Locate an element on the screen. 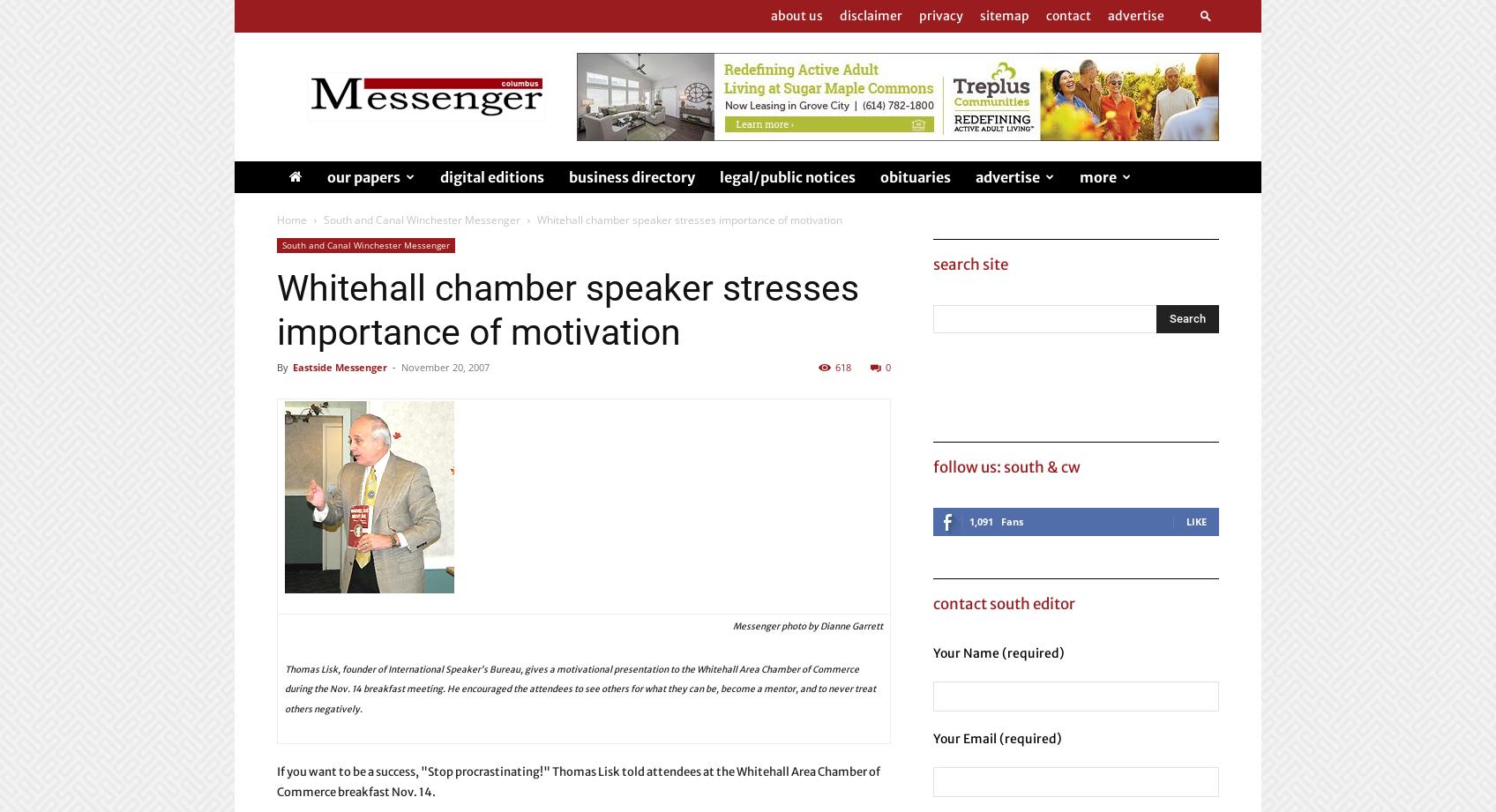 The image size is (1496, 812). '-' is located at coordinates (393, 367).